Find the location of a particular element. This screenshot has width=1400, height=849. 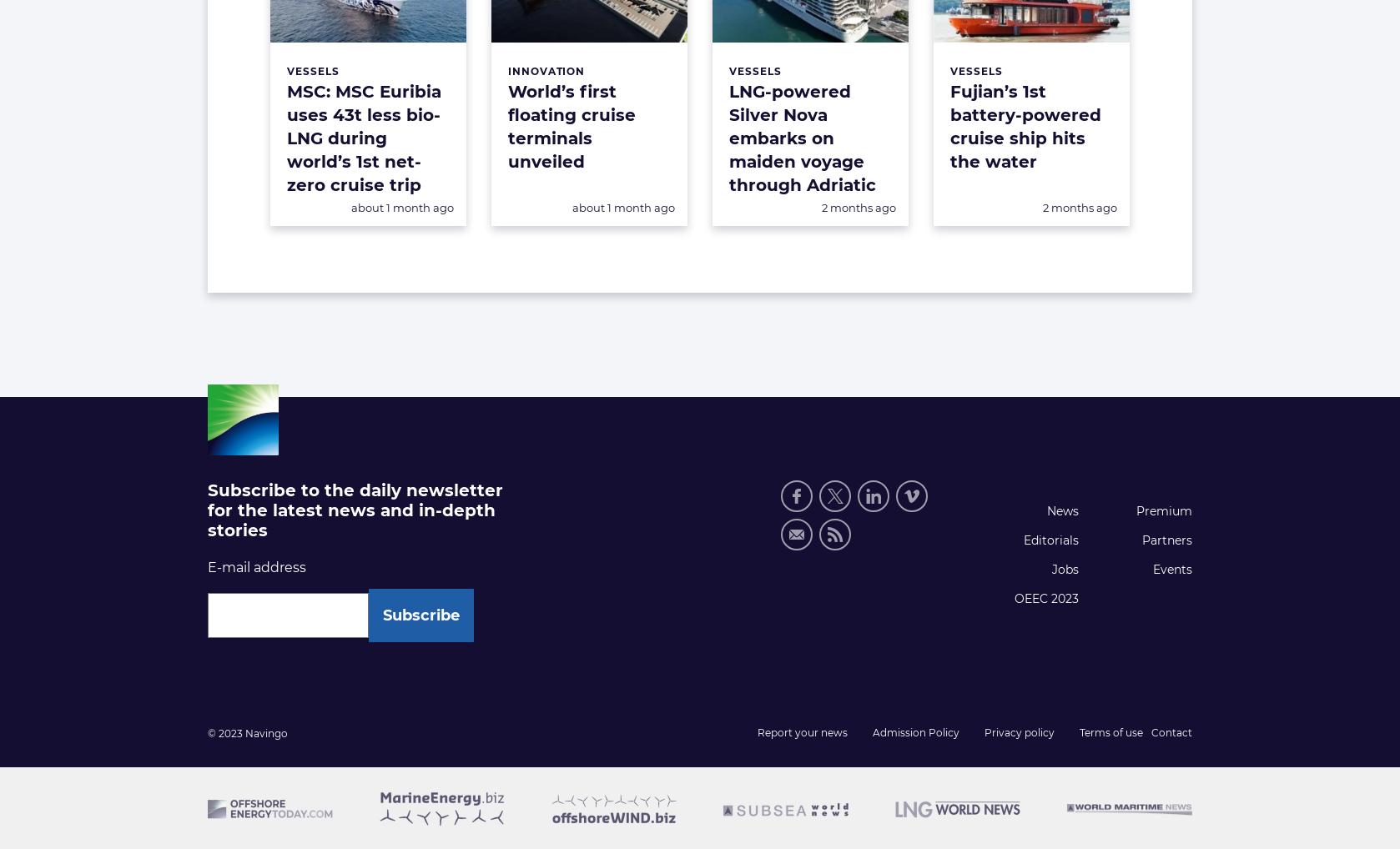

'© 2023 Navingo' is located at coordinates (248, 733).